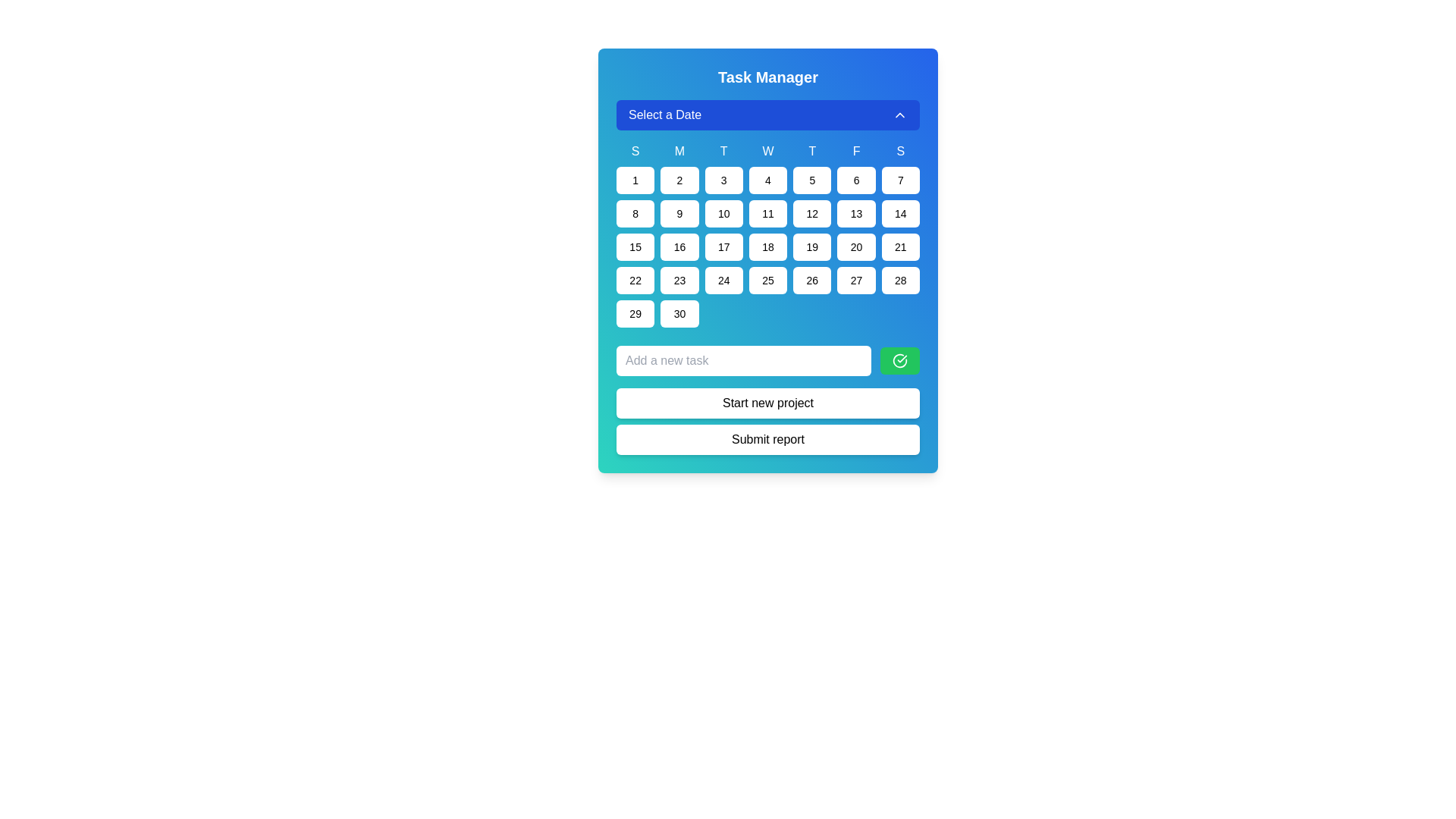 The image size is (1456, 819). I want to click on the date selection button labeled '30' which is a rectangular button with a white background and rounded corners, located in the last column of the last row of the calendar grid, so click(679, 312).